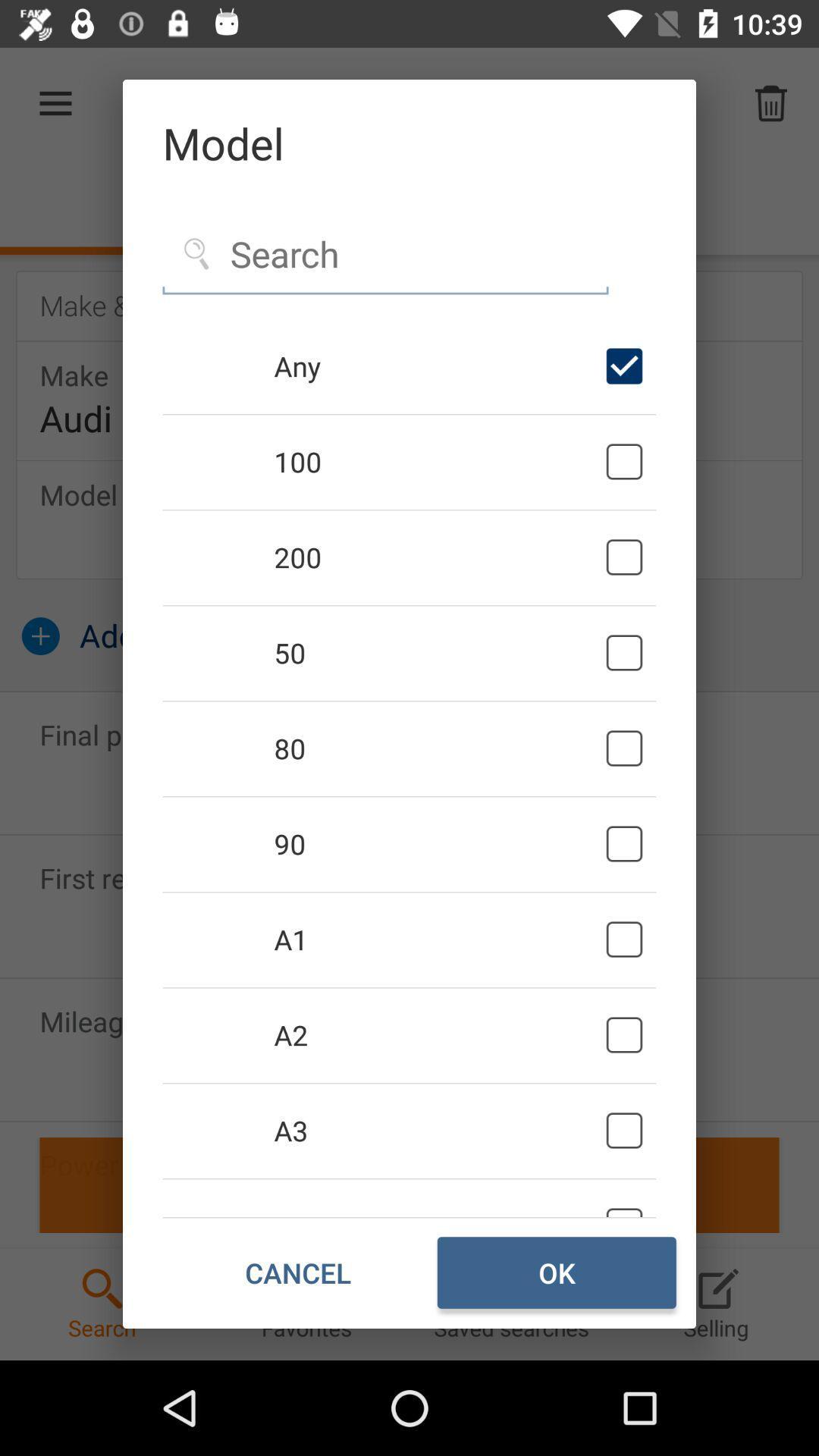 This screenshot has width=819, height=1456. I want to click on the 200 icon, so click(437, 556).